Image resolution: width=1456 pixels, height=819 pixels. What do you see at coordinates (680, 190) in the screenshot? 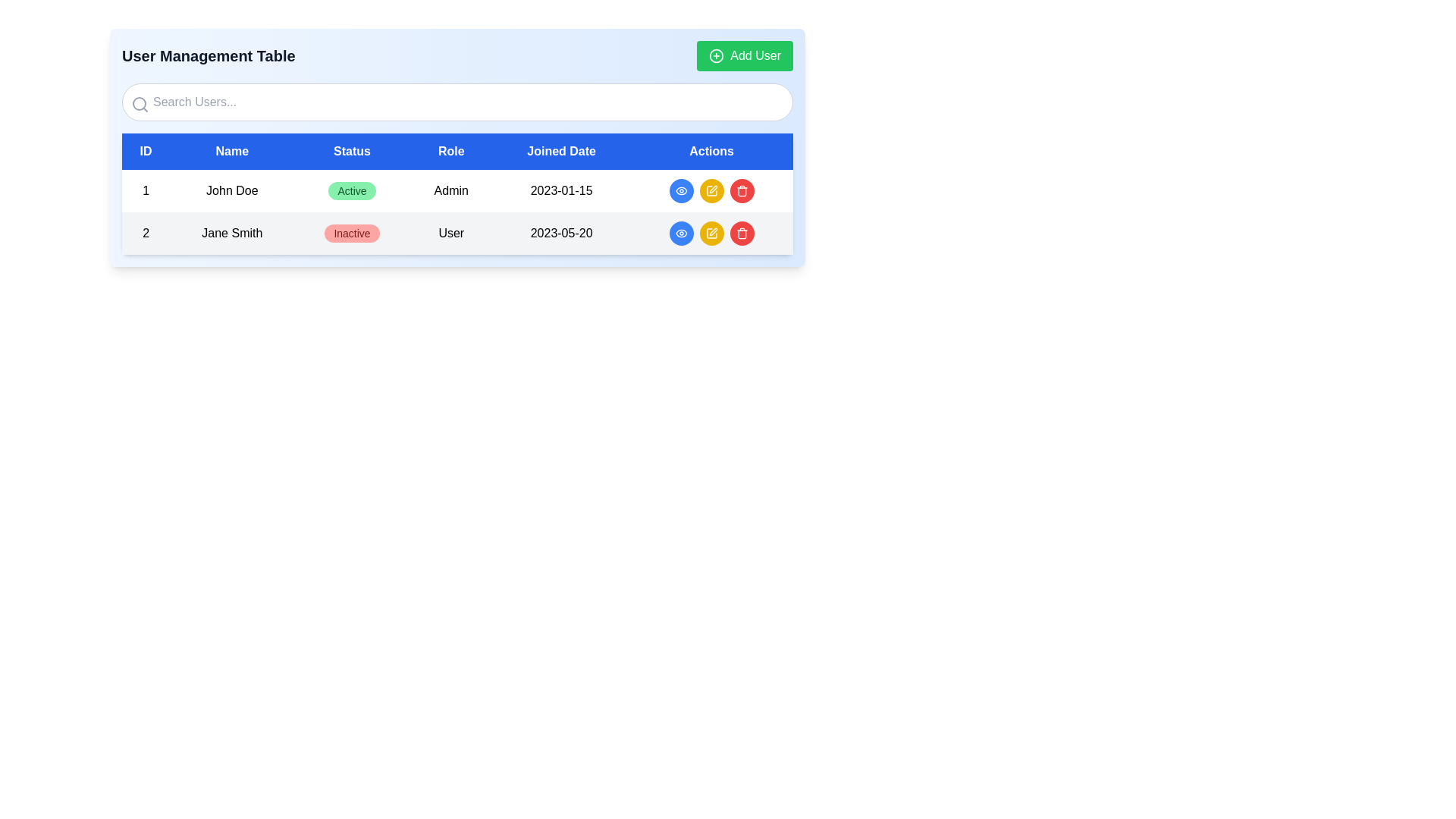
I see `the icon within the circular blue button` at bounding box center [680, 190].